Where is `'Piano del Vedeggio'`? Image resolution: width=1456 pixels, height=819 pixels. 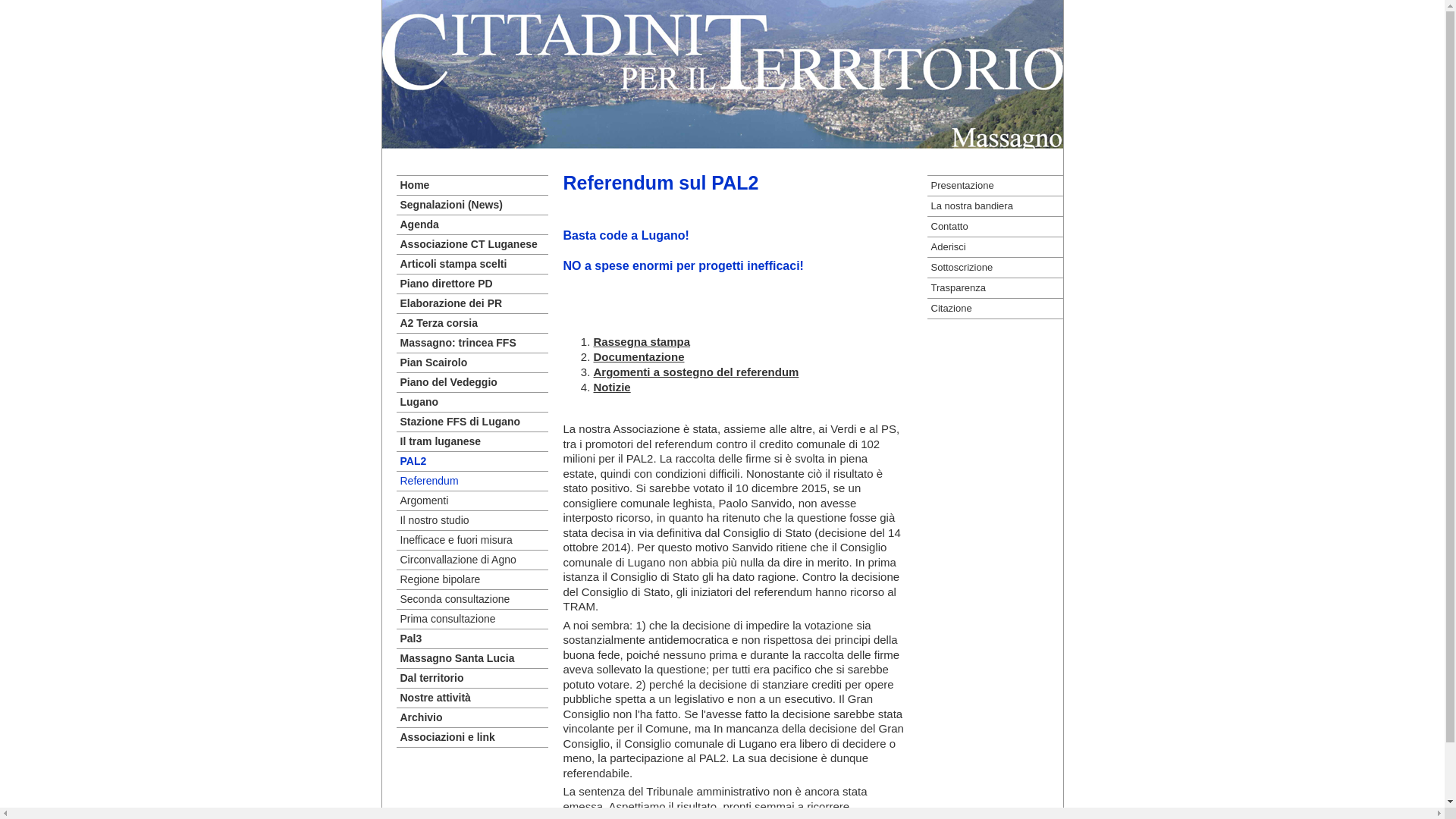
'Piano del Vedeggio' is located at coordinates (471, 381).